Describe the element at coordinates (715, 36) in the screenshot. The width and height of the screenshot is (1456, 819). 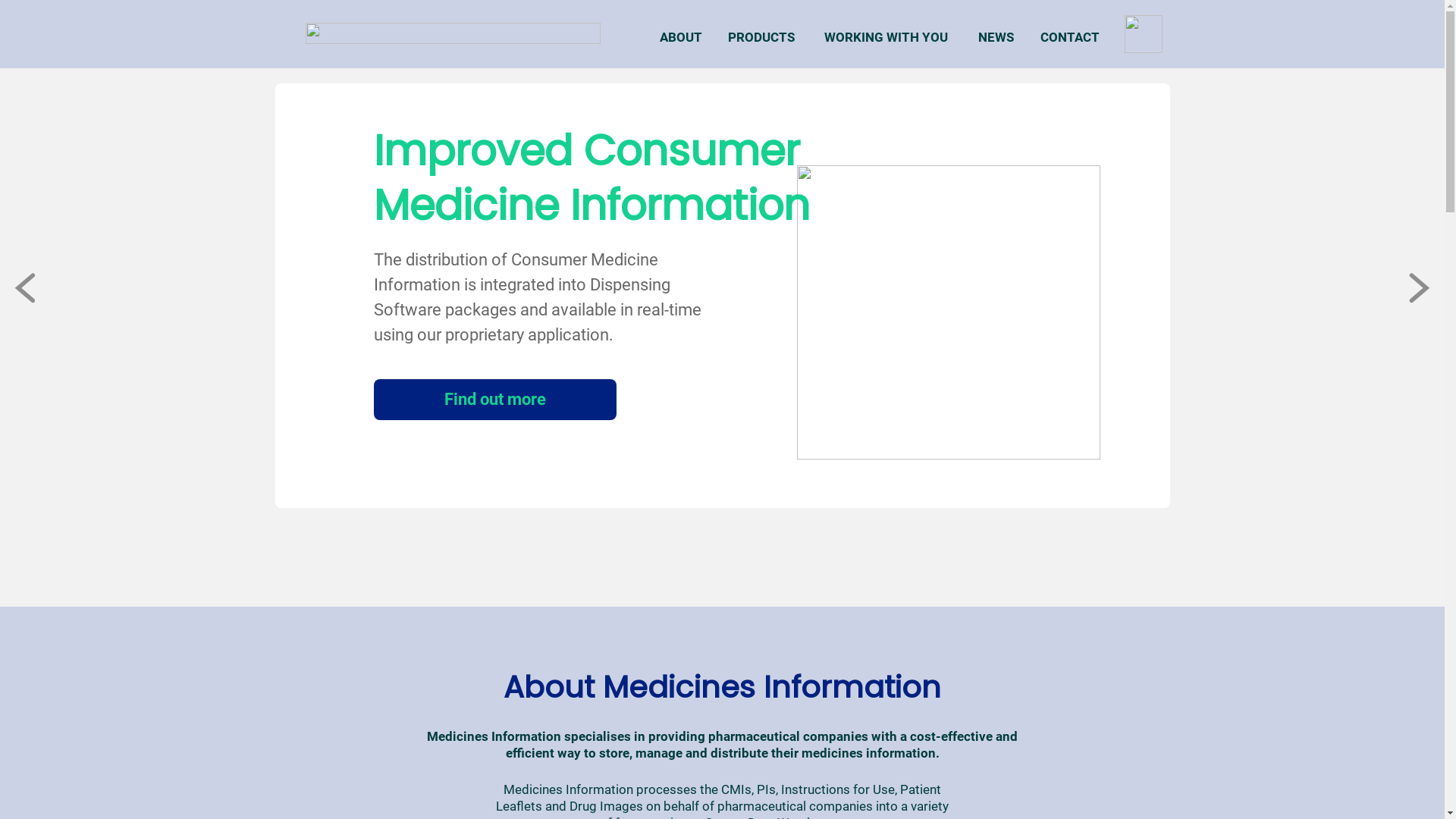
I see `'PRODUCTS'` at that location.